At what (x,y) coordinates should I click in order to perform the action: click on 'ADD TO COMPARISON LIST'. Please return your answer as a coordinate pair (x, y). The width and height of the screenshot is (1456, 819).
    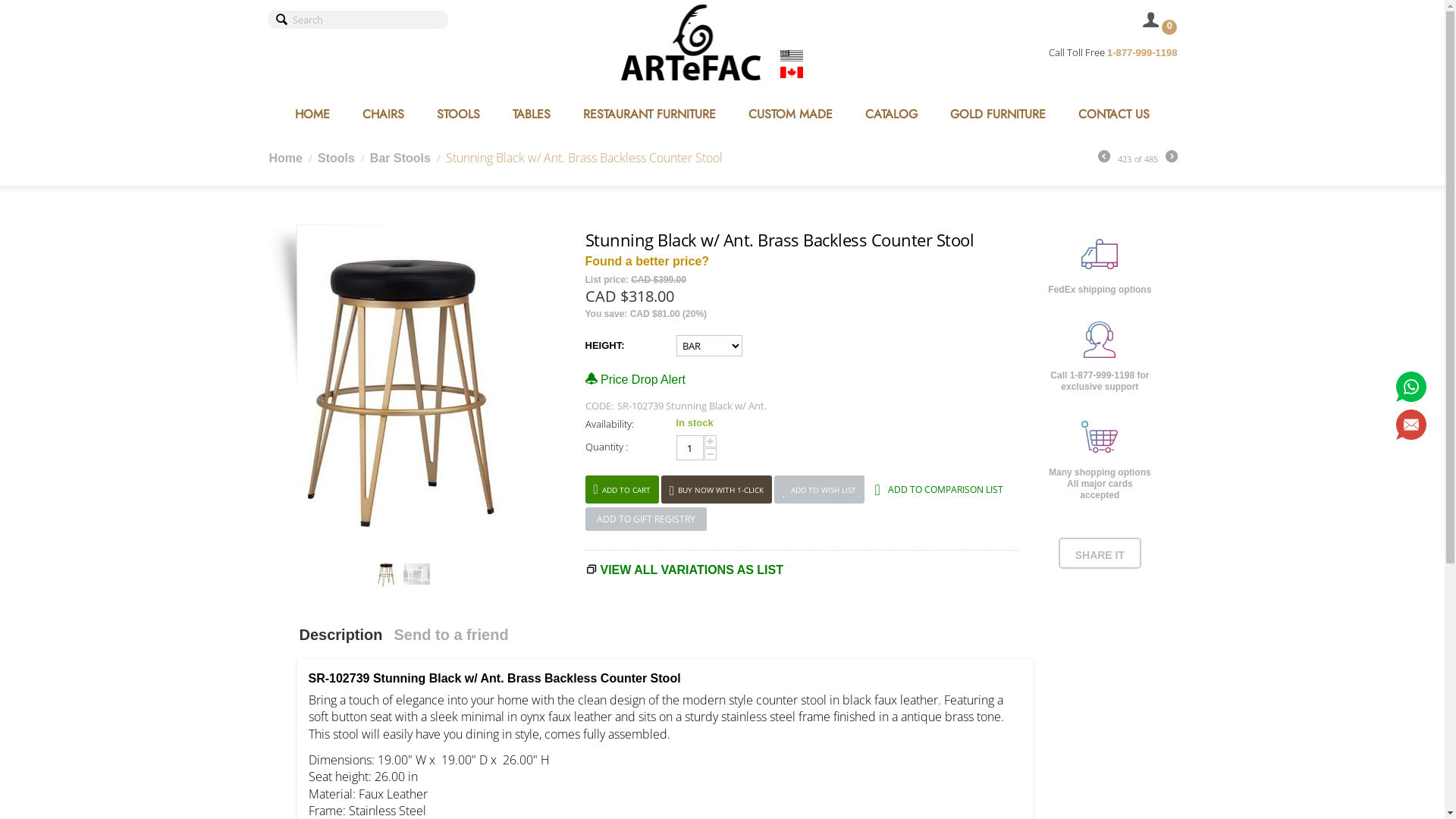
    Looking at the image, I should click on (938, 488).